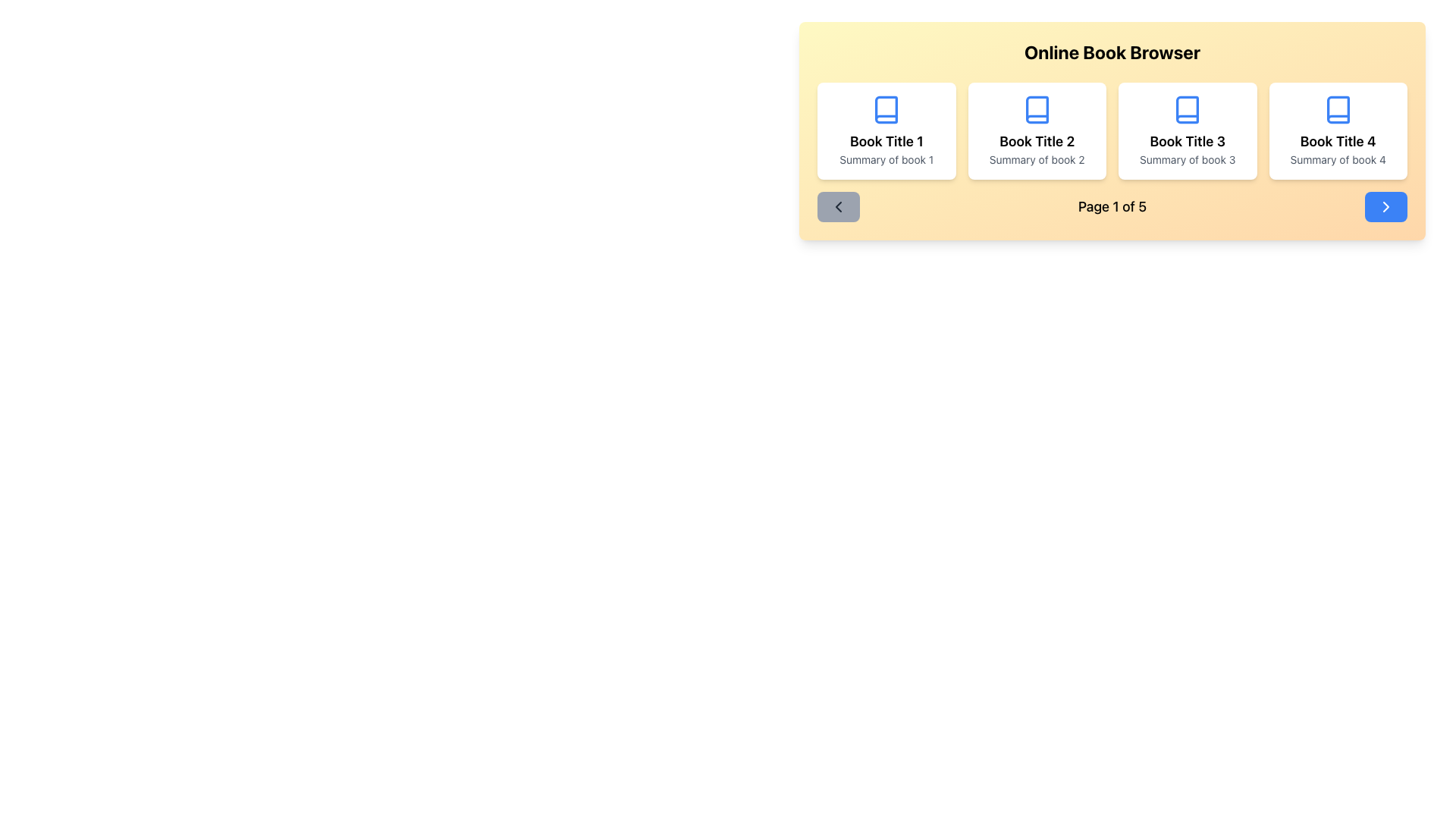 Image resolution: width=1456 pixels, height=819 pixels. Describe the element at coordinates (837, 207) in the screenshot. I see `the leftward chevron SVG icon with a black stroke, located inside a gray button at the bottom-left corner of the interface, next to the 'Book Title 1' card` at that location.